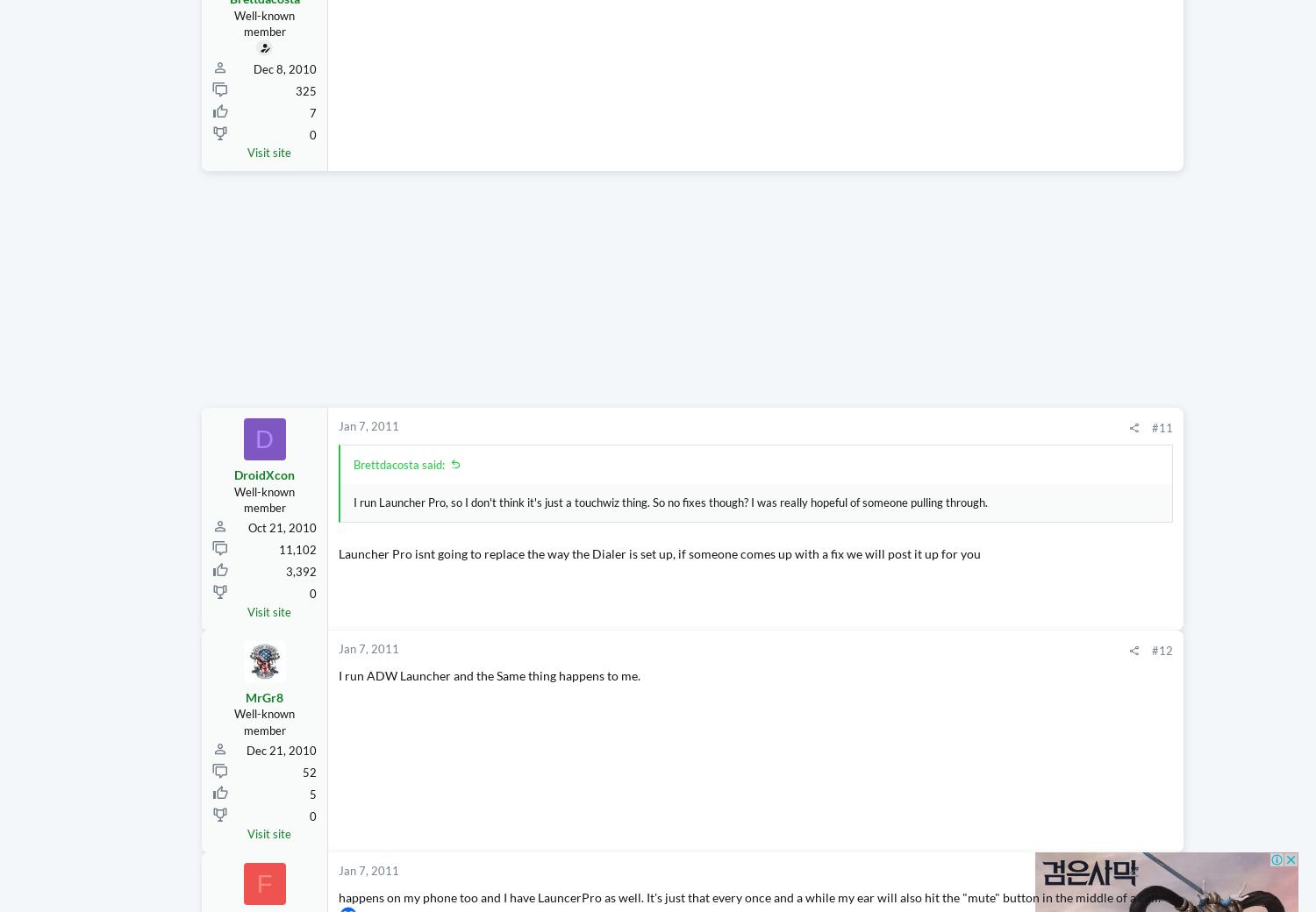 This screenshot has width=1316, height=912. What do you see at coordinates (490, 707) in the screenshot?
I see `'I run ADW Launcher and the Same thing happens to me.'` at bounding box center [490, 707].